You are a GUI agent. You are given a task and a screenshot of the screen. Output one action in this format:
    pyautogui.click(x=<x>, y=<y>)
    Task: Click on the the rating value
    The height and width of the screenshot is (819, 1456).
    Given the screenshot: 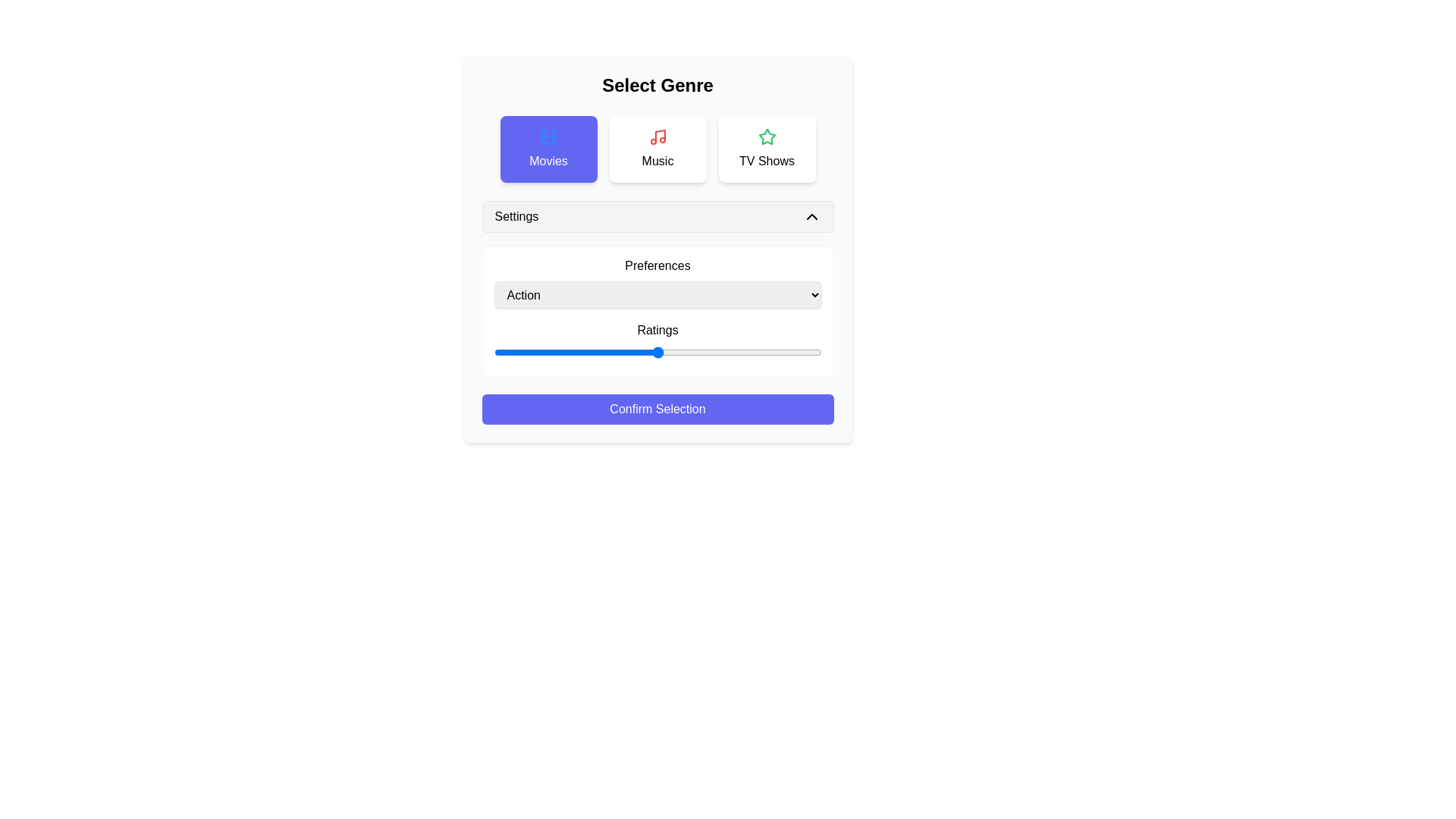 What is the action you would take?
    pyautogui.click(x=539, y=353)
    